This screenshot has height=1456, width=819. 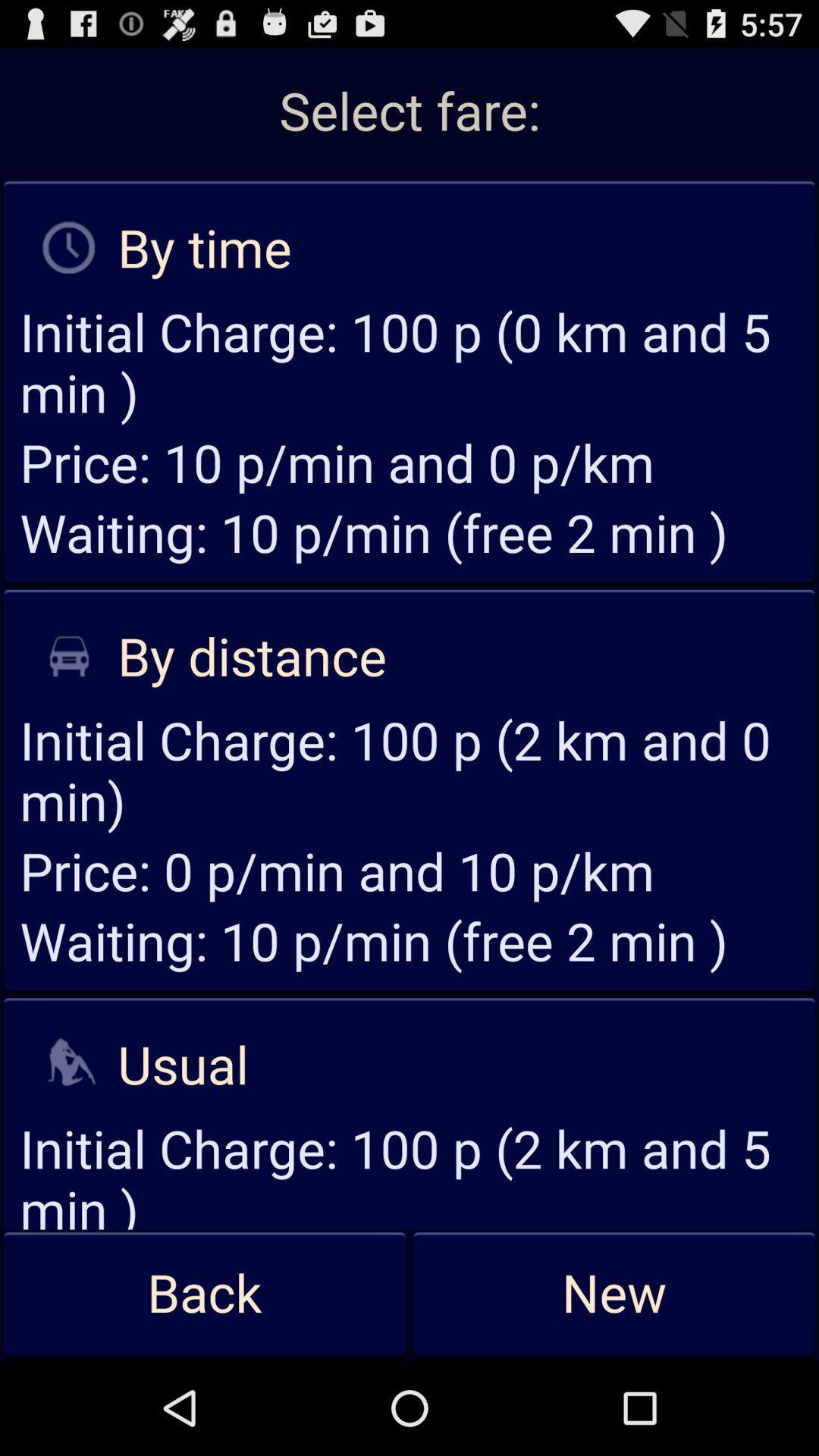 What do you see at coordinates (614, 1294) in the screenshot?
I see `new item` at bounding box center [614, 1294].